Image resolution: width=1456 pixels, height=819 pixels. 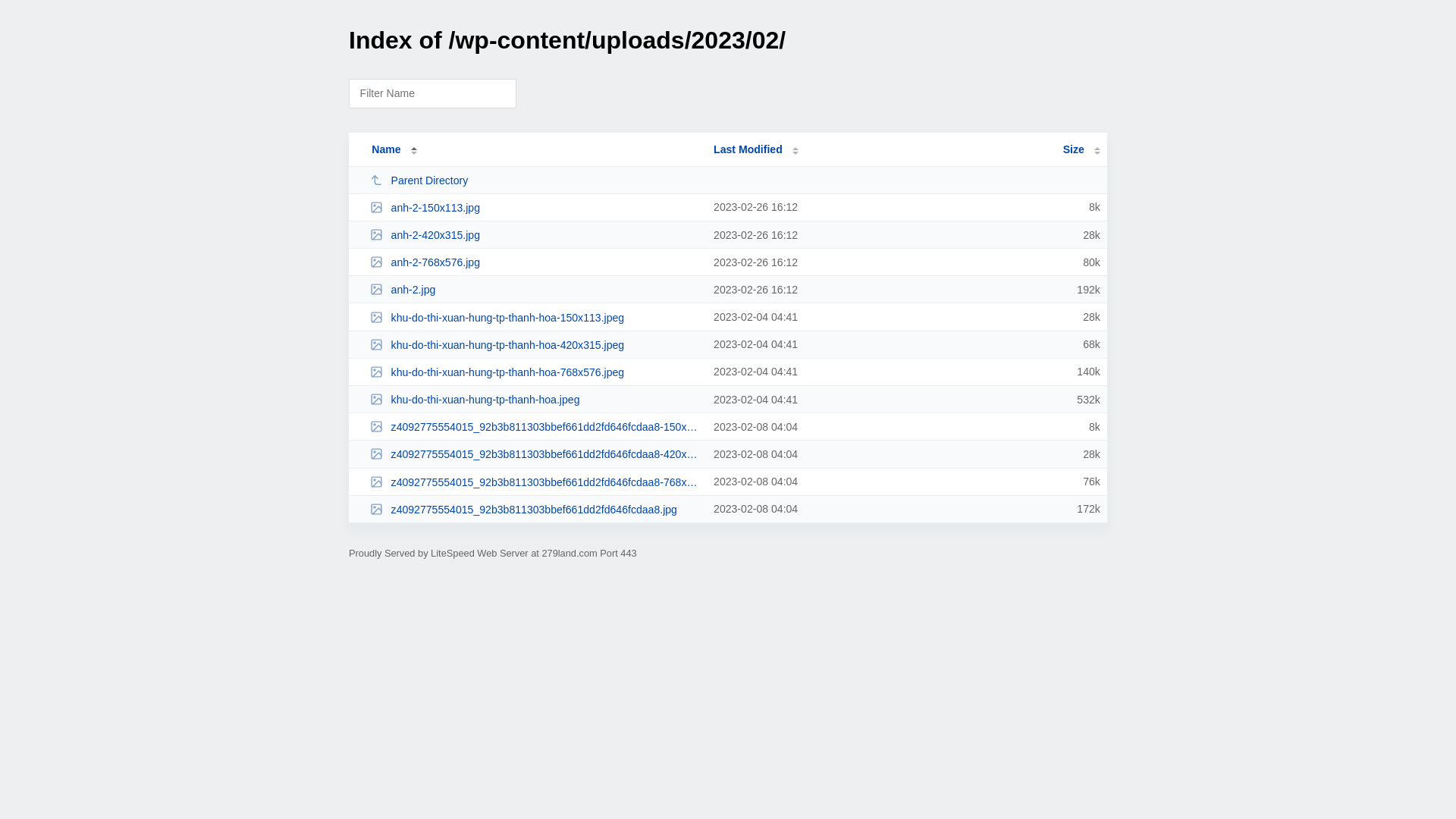 I want to click on 'z4092775554015_92b3b811303bbef661dd2fd646fcdaa8.jpg', so click(x=535, y=509).